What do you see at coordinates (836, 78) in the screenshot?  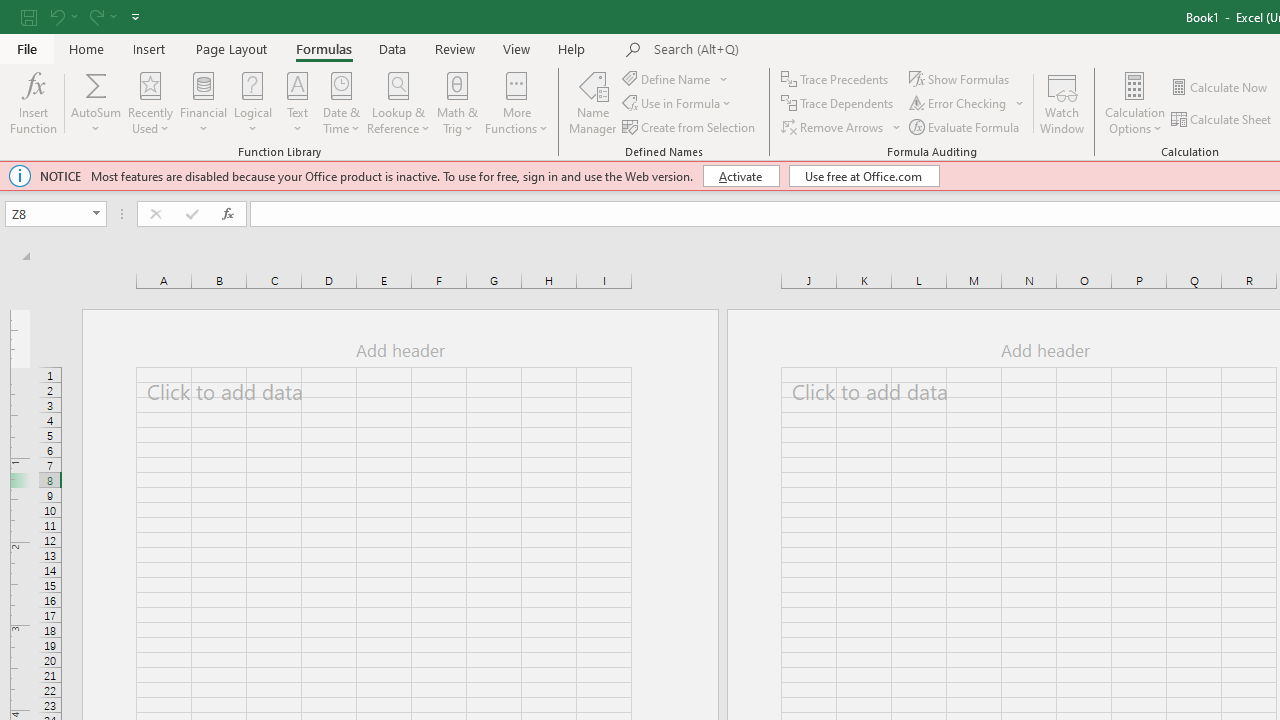 I see `'Trace Precedents'` at bounding box center [836, 78].